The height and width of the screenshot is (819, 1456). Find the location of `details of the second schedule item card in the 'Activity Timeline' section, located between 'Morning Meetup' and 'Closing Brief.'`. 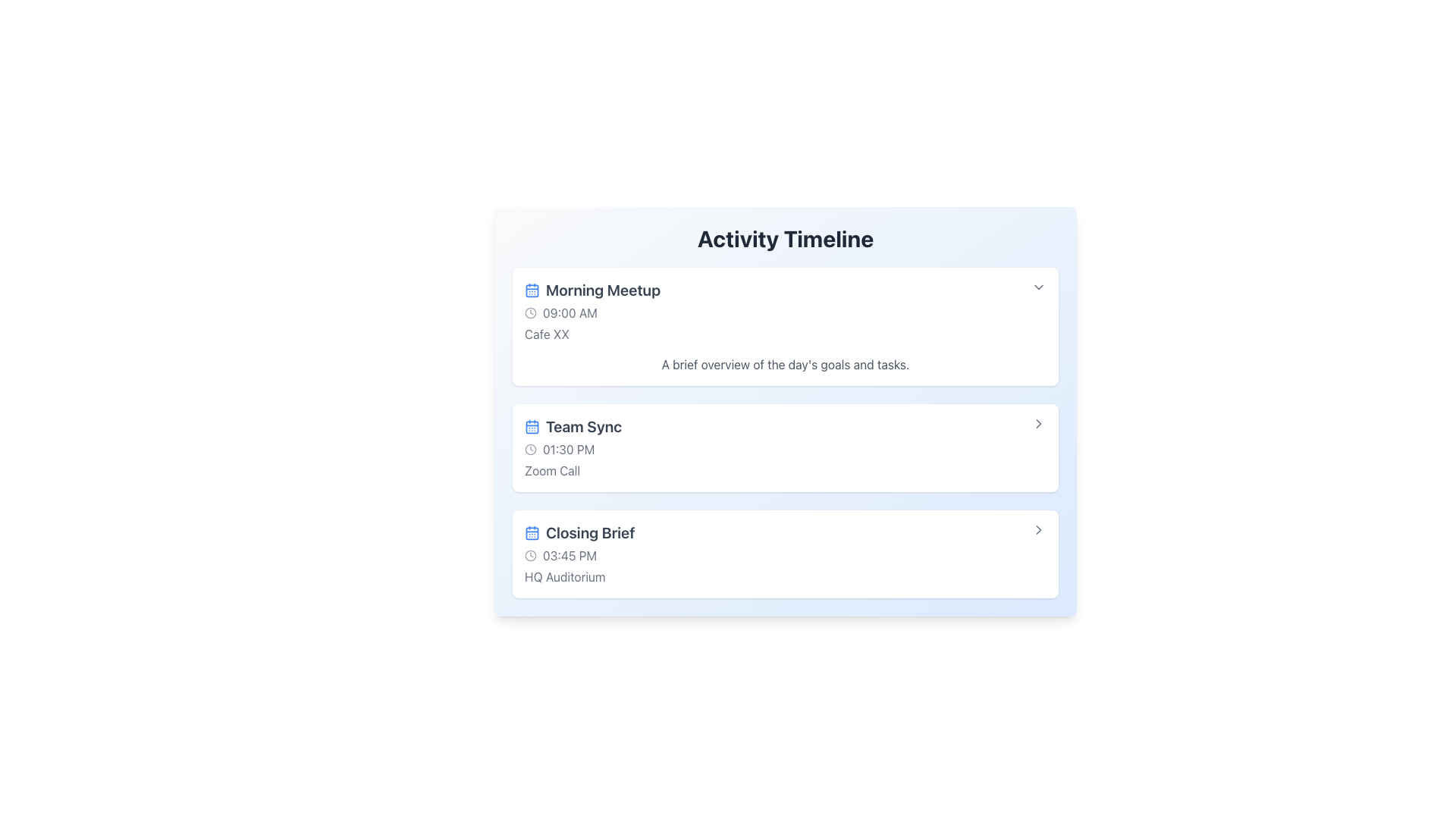

details of the second schedule item card in the 'Activity Timeline' section, located between 'Morning Meetup' and 'Closing Brief.' is located at coordinates (786, 432).